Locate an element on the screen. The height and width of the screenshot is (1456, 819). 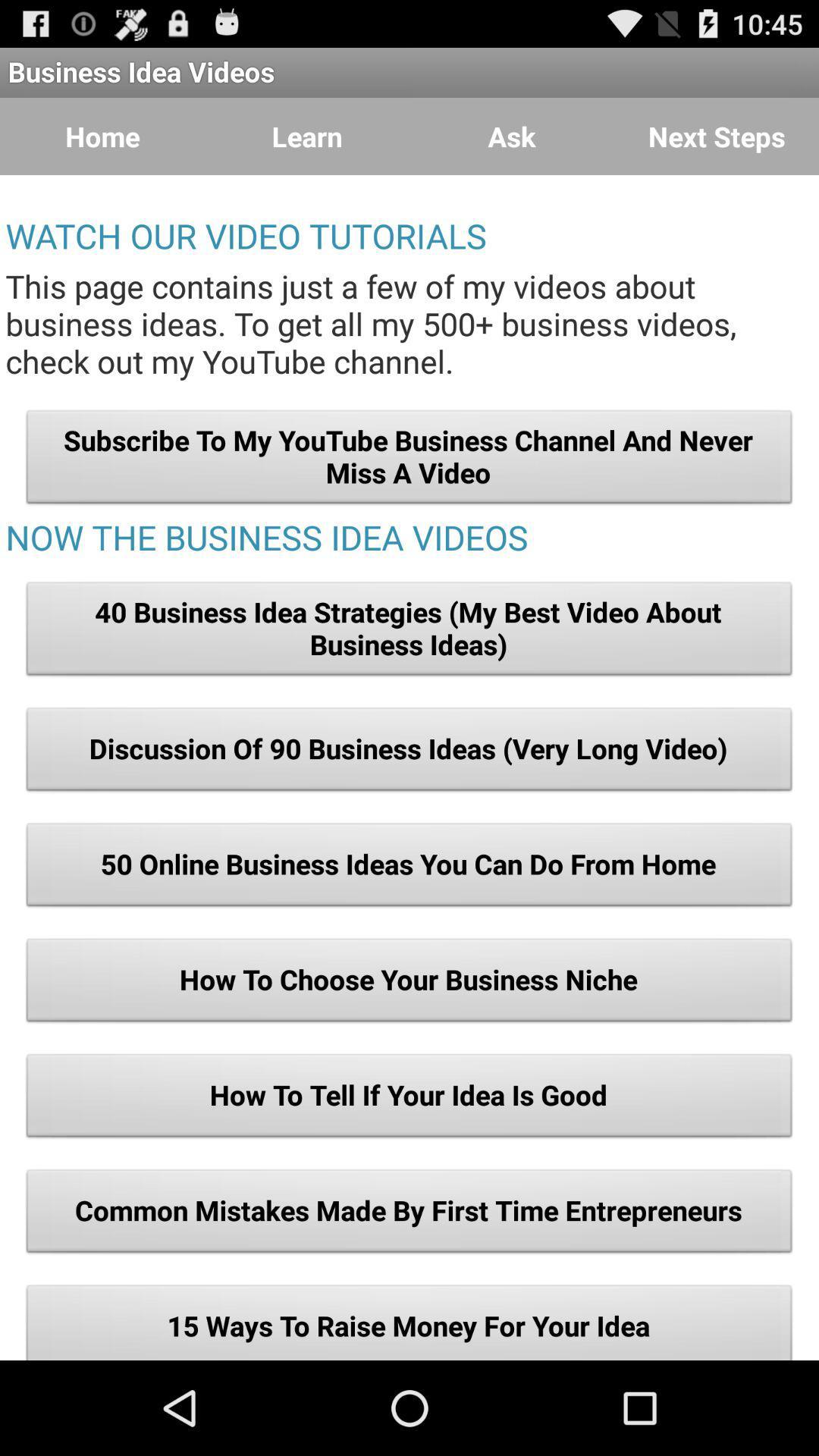
icon to the right of learn icon is located at coordinates (512, 136).